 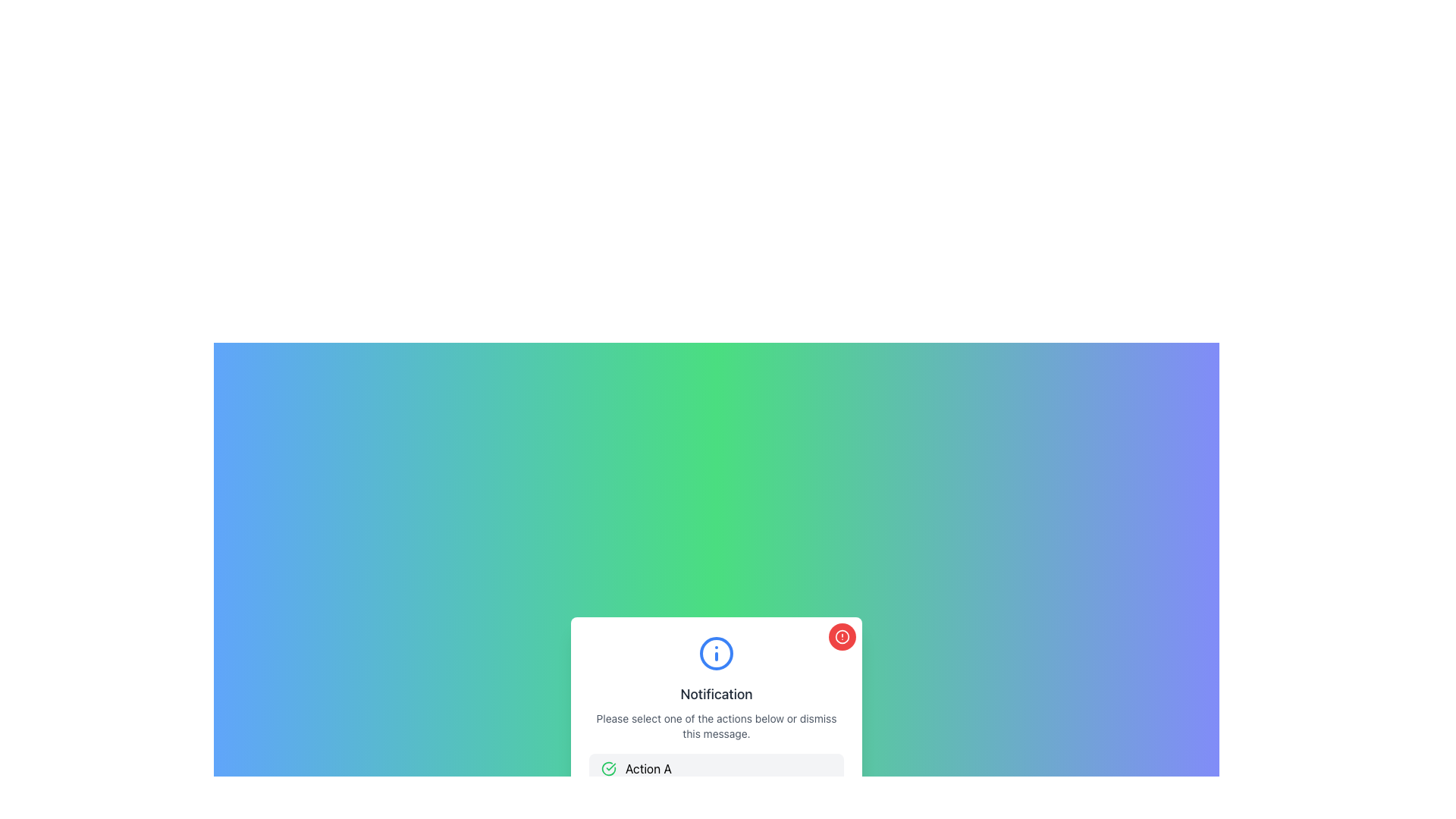 I want to click on properties of the SVG Circle that signifies a boundary for the alert icon in the top-right corner of the notification panel, so click(x=841, y=637).